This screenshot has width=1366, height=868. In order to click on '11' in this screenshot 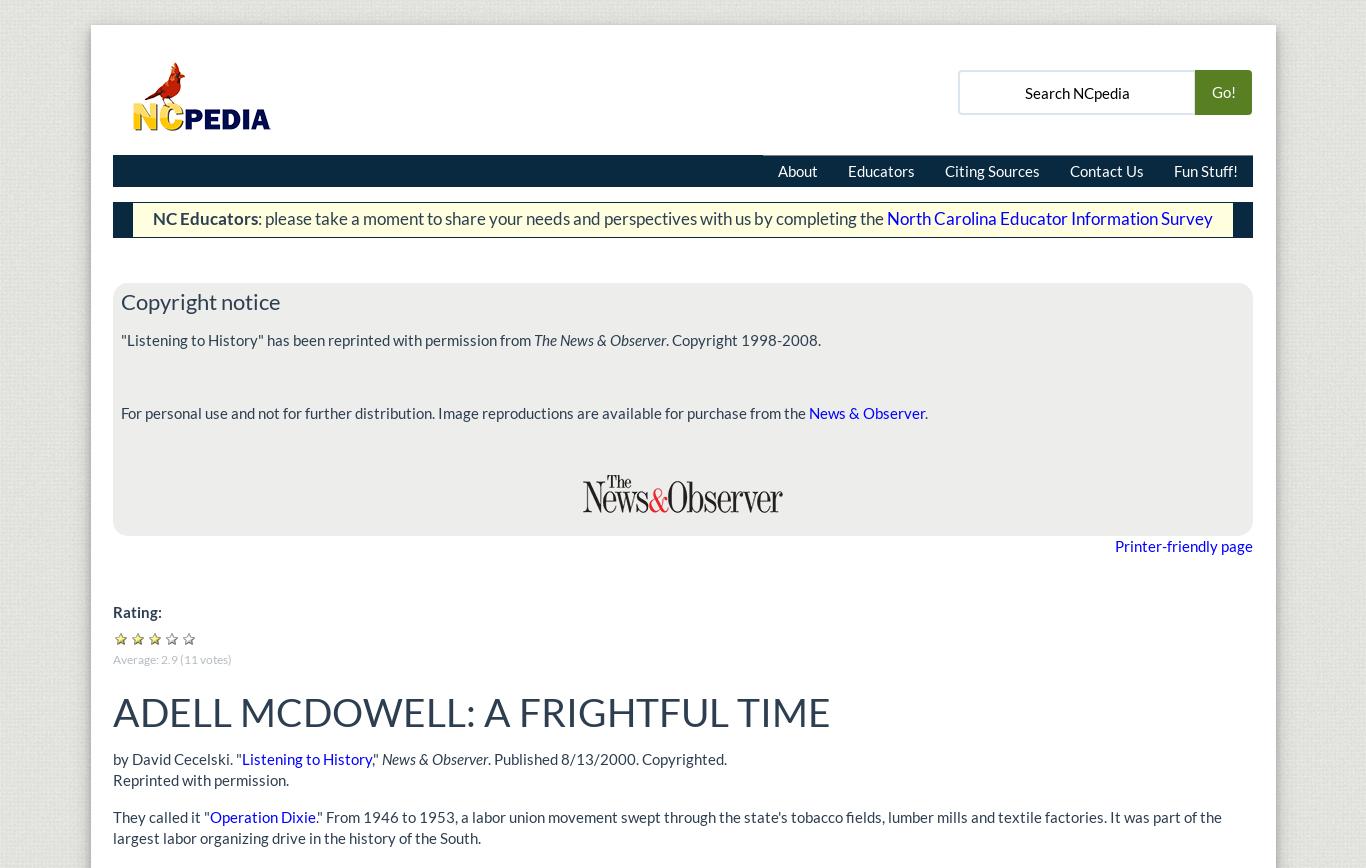, I will do `click(189, 659)`.